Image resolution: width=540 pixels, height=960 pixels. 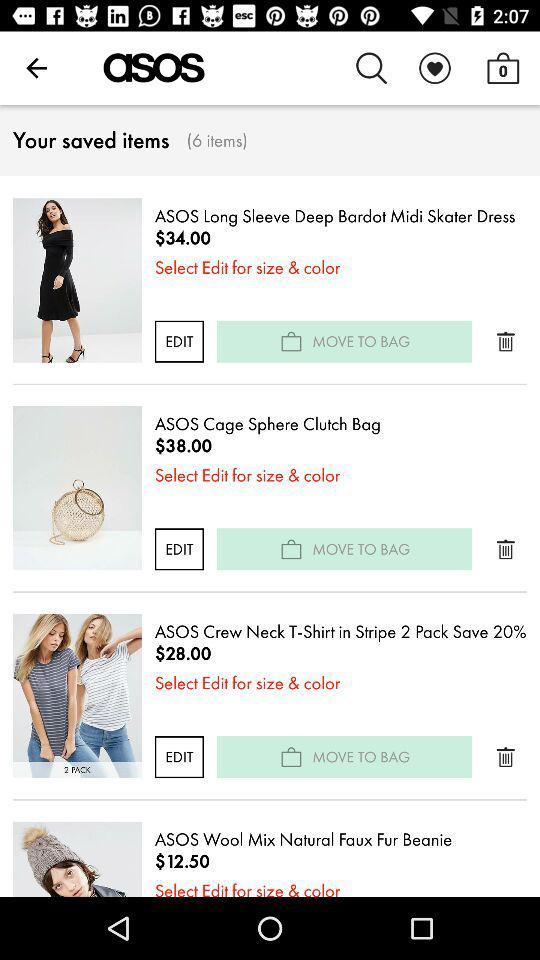 What do you see at coordinates (504, 341) in the screenshot?
I see `first delete button which is on the right side of the page` at bounding box center [504, 341].